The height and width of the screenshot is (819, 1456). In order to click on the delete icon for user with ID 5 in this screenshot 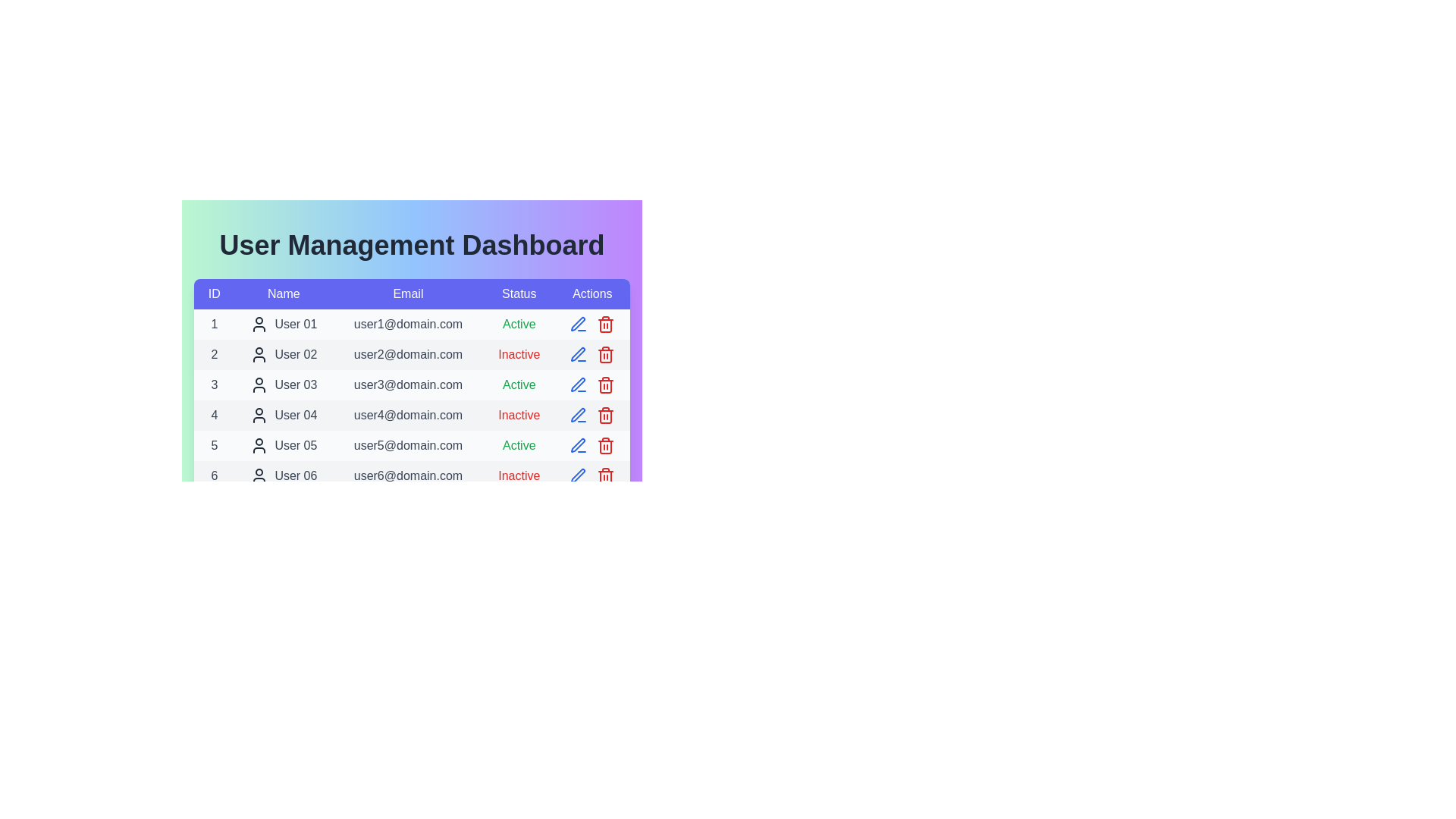, I will do `click(605, 444)`.